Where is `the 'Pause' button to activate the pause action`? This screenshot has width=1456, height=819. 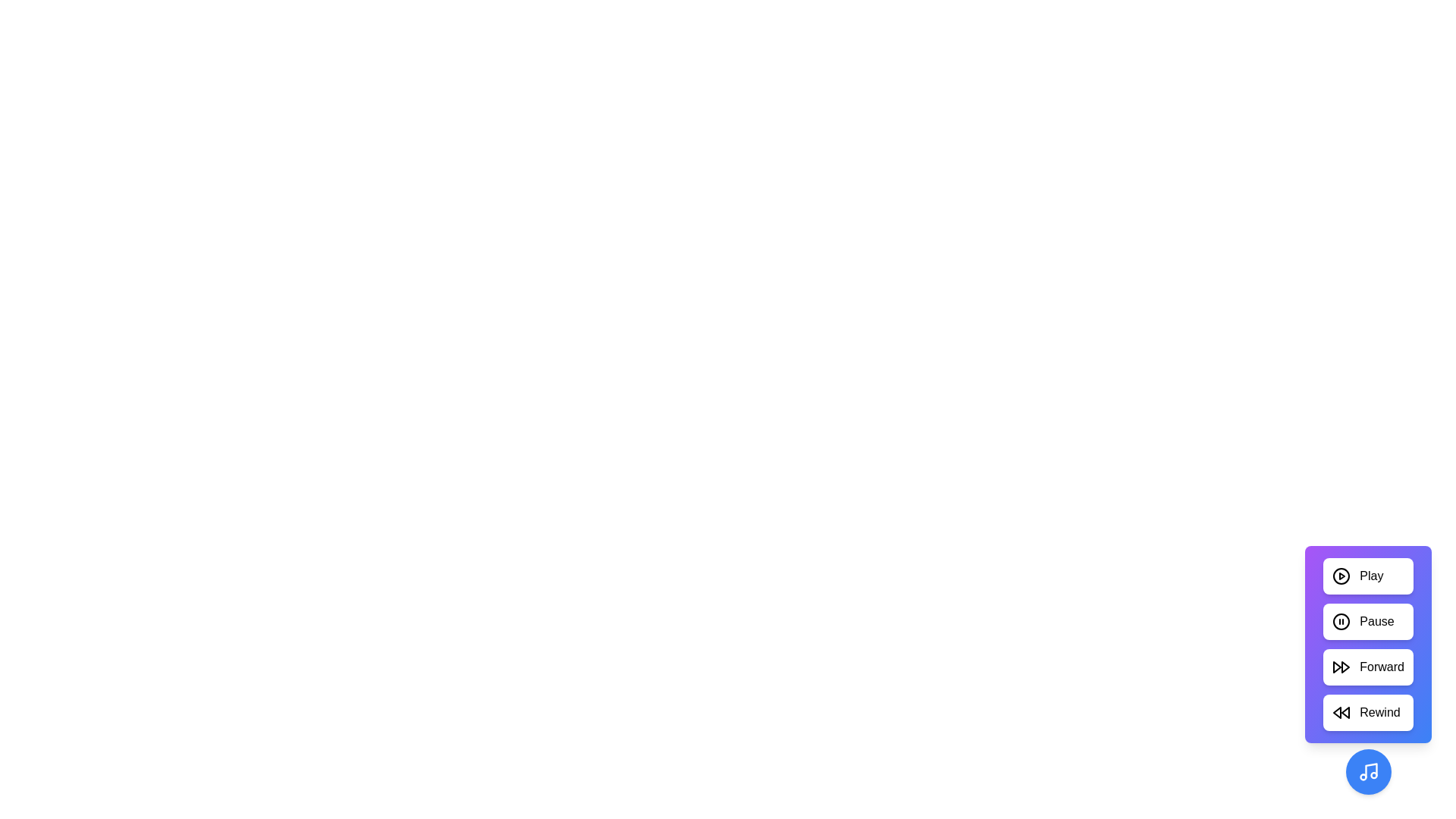
the 'Pause' button to activate the pause action is located at coordinates (1368, 622).